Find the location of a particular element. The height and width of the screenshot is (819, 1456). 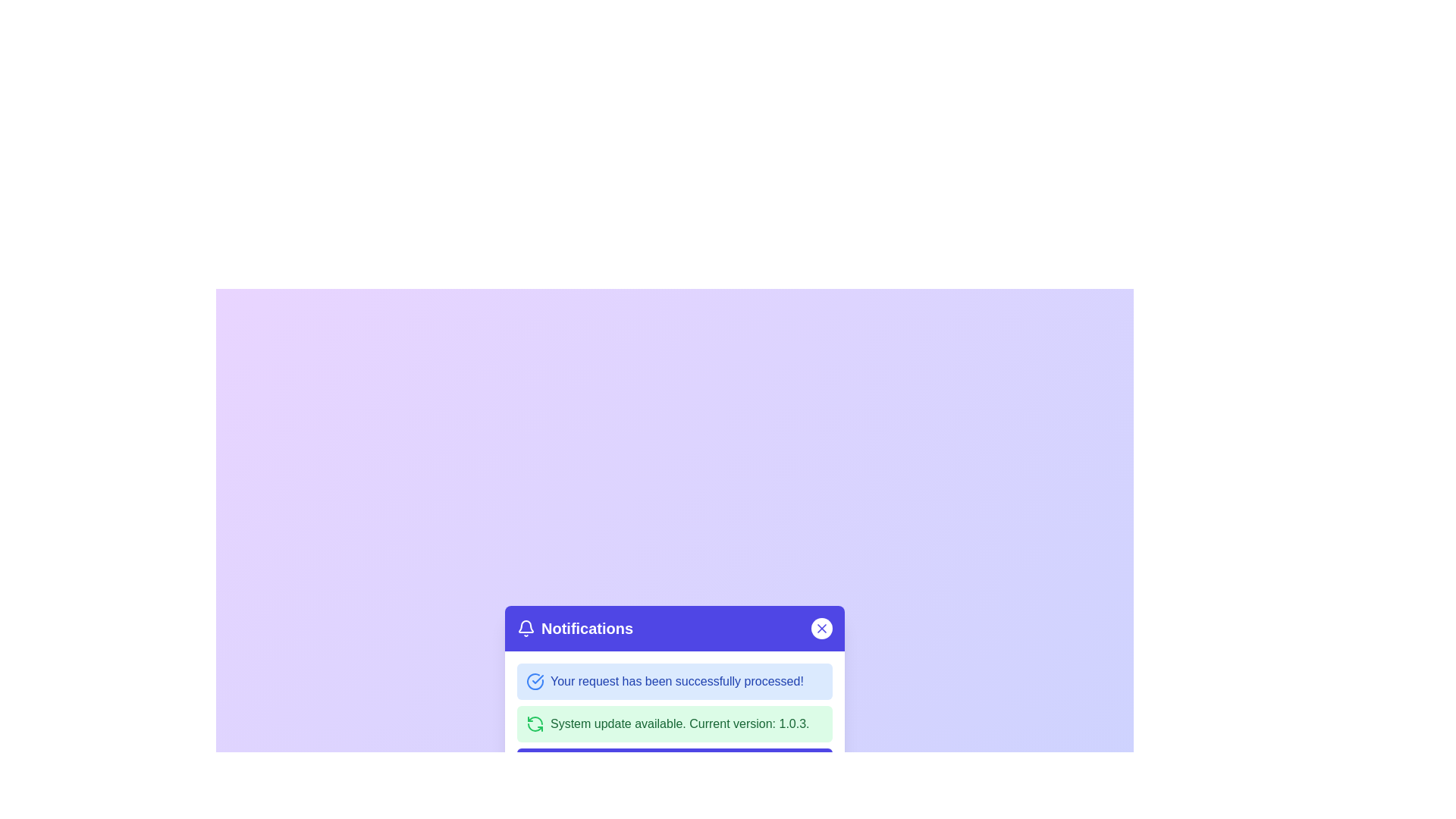

the second notification in the list under the 'Notifications' header, which informs the user about an available system update is located at coordinates (673, 720).